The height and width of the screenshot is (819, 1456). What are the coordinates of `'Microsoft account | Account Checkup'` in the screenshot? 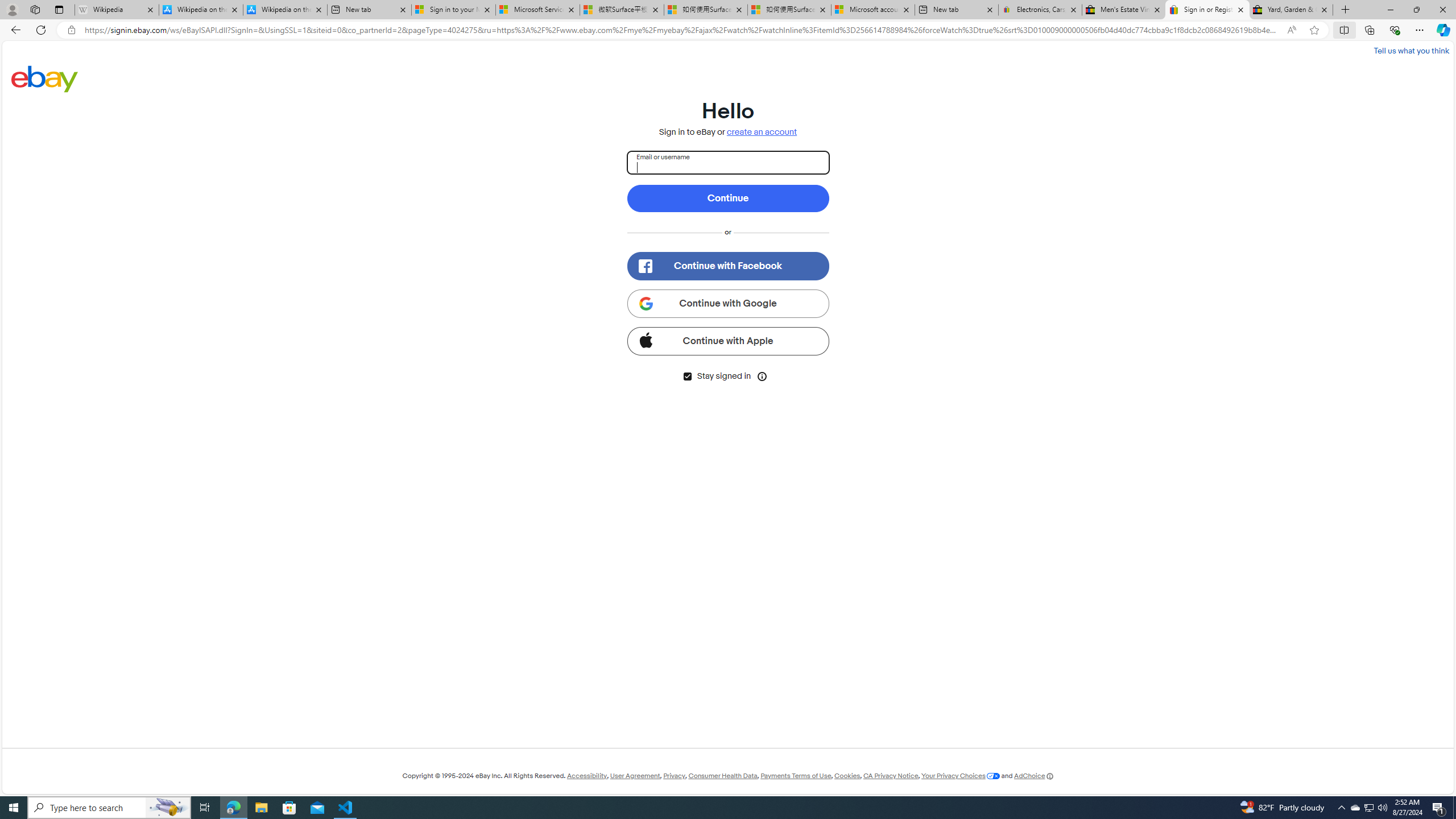 It's located at (874, 9).